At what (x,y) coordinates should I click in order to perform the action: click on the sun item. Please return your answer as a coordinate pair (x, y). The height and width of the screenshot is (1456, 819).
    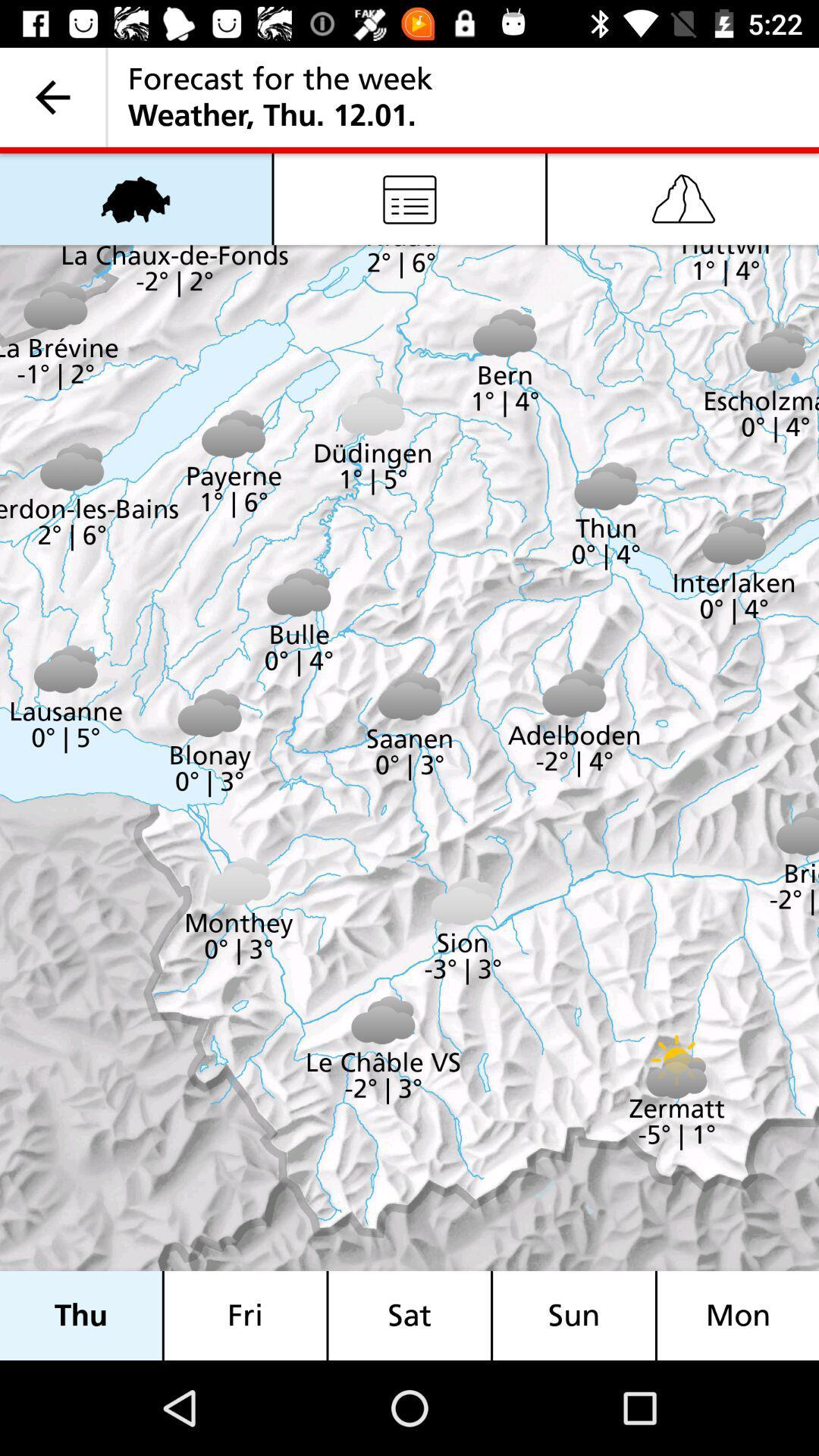
    Looking at the image, I should click on (574, 1315).